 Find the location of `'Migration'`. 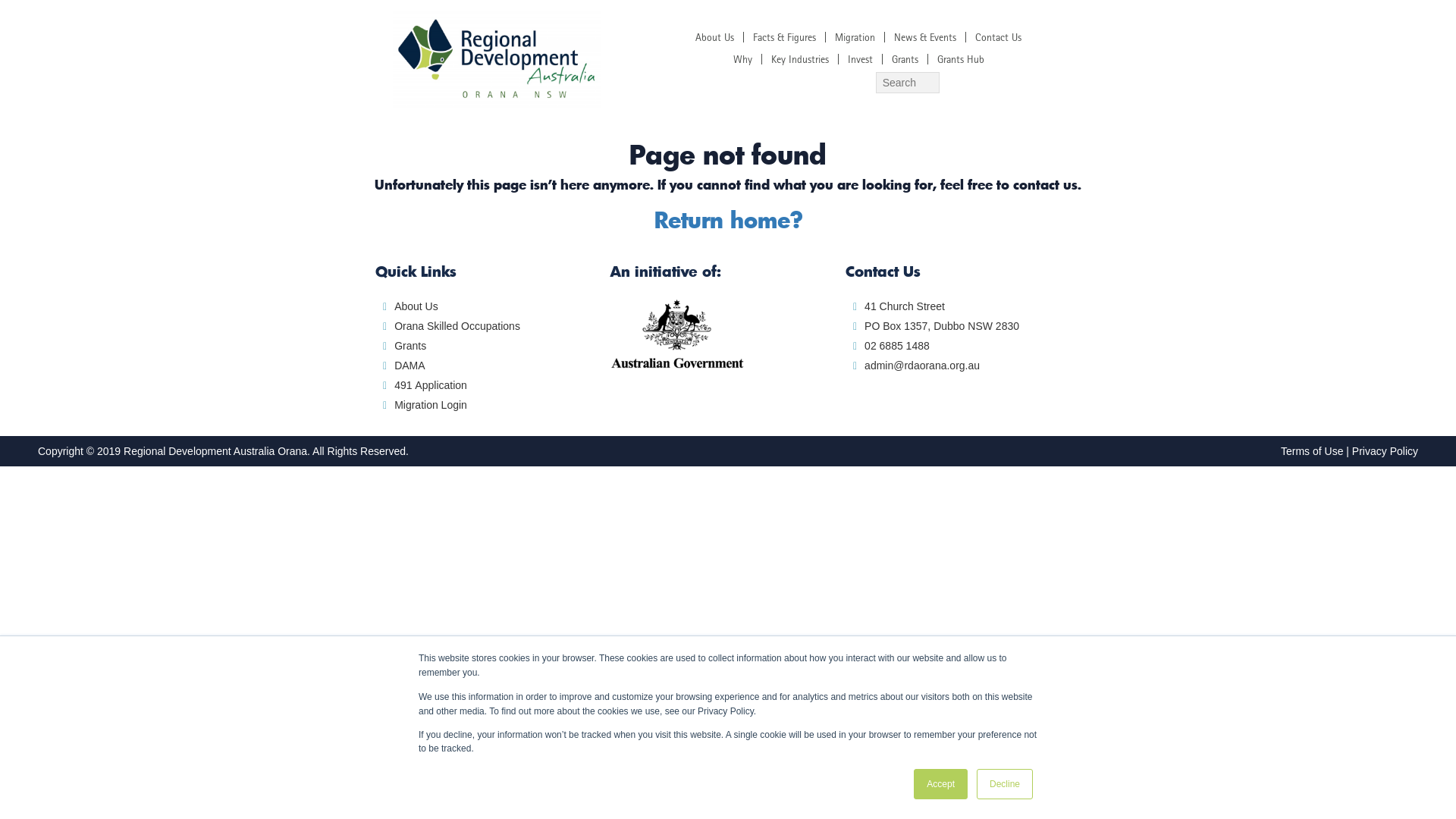

'Migration' is located at coordinates (855, 36).